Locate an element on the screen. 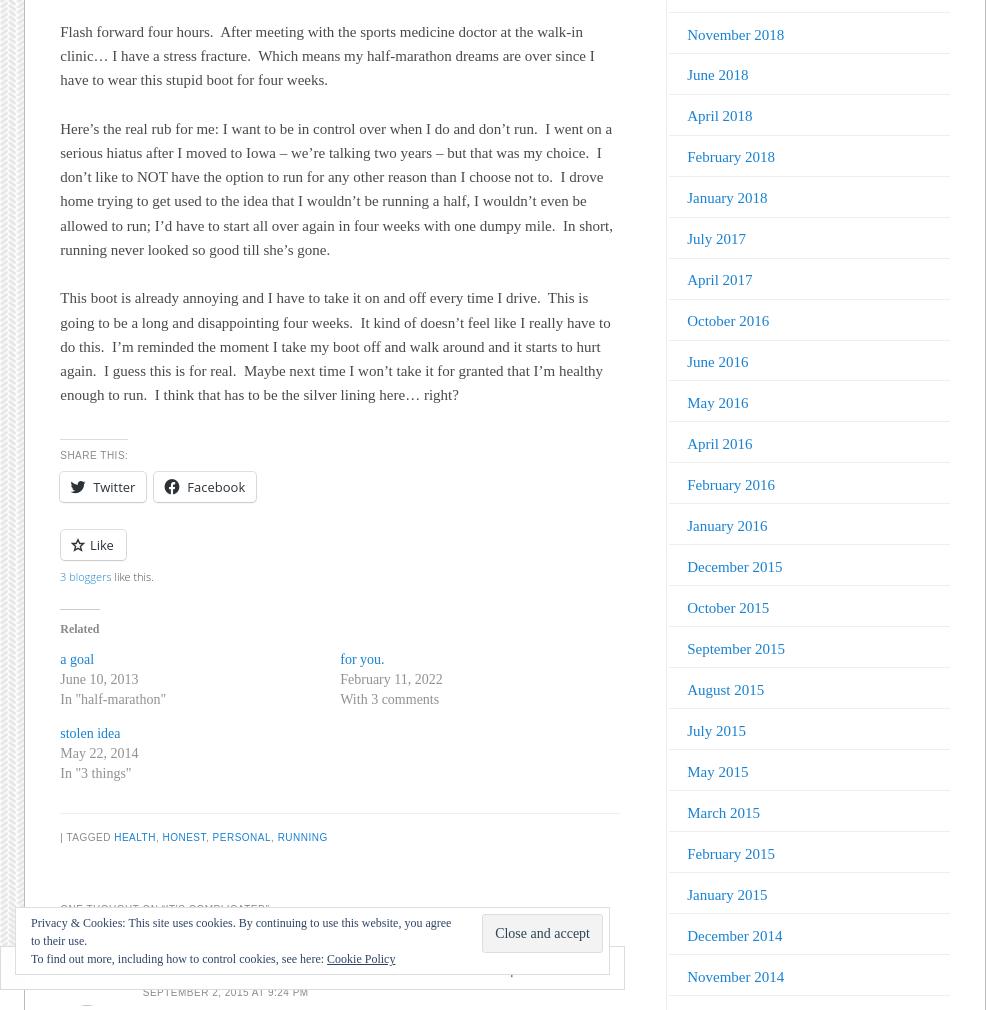 Image resolution: width=986 pixels, height=1010 pixels. 'February 2018' is located at coordinates (730, 155).